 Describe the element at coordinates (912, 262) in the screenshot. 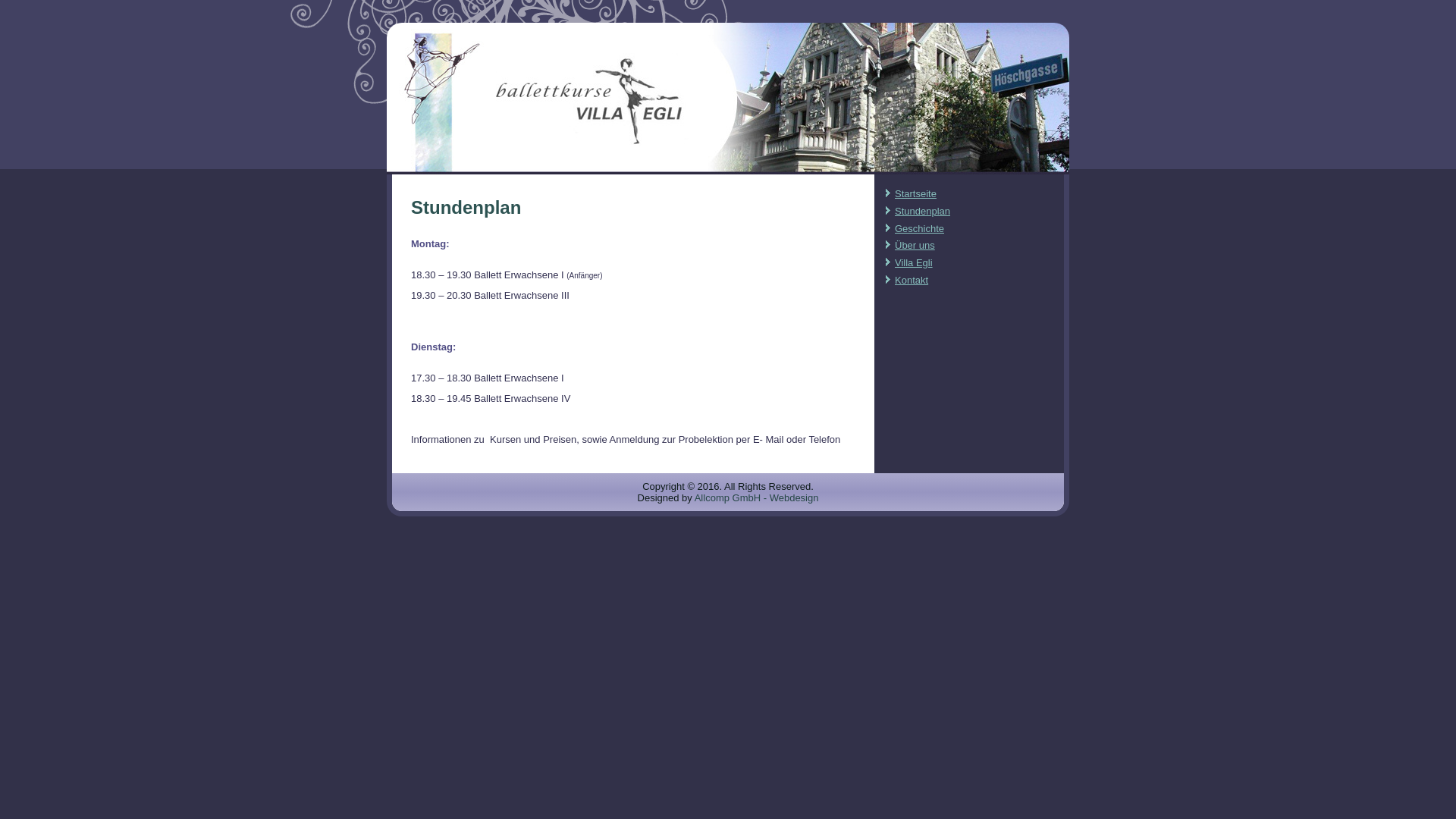

I see `'Villa Egli'` at that location.